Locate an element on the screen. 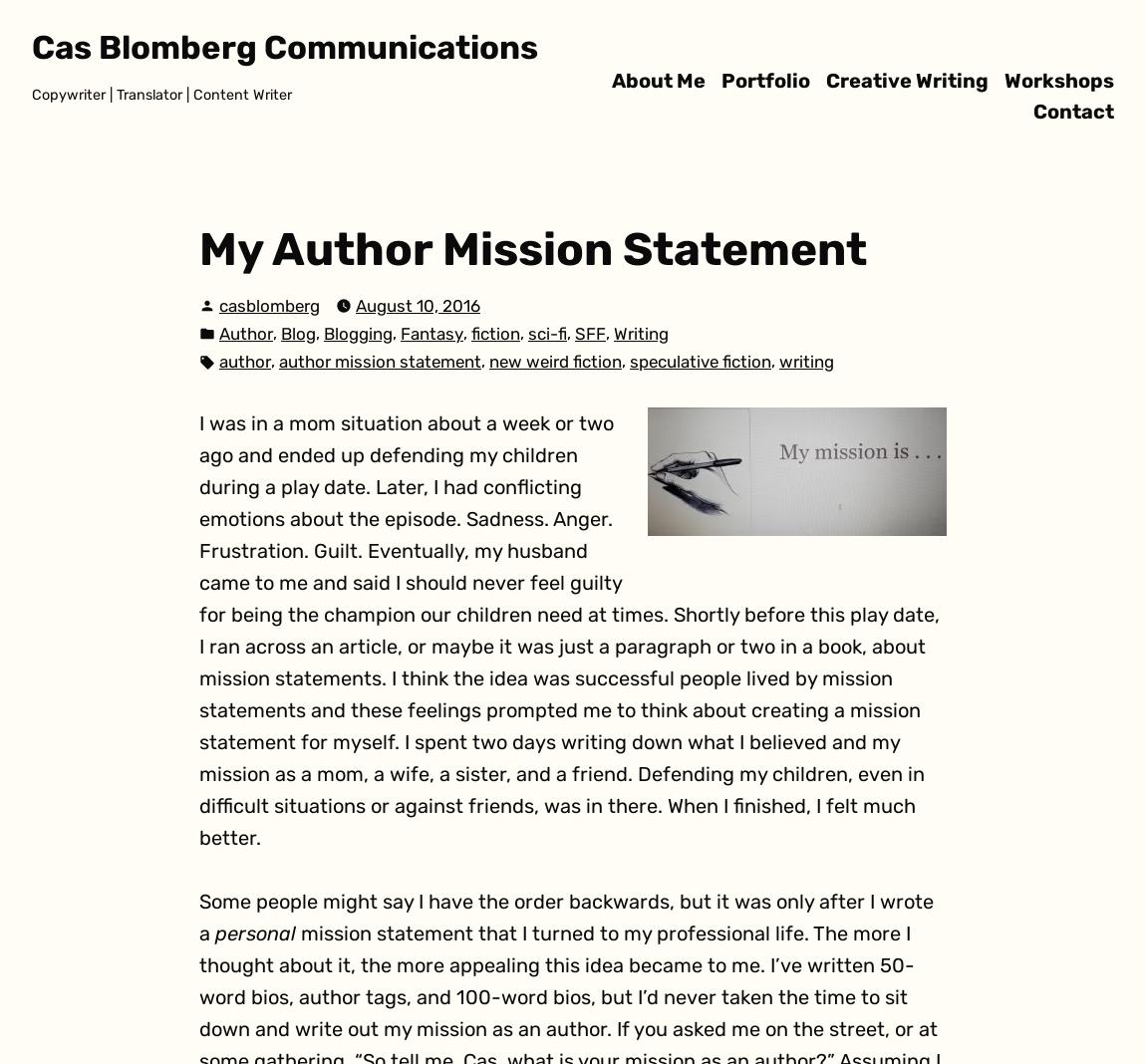 The width and height of the screenshot is (1146, 1064). 'I was in a mom situation about a week or two ago and ended up defending my children during a play date. Later, I had conflicting emotions about the episode. Sadness. Anger. Frustration. Guilt. Eventually, my husband came to me and said I should never feel guilty for being the champion our children need at times. Shortly before this play date, I ran across an article, or maybe it was just a paragraph or two in a book, about mission statements. I think the idea was successful people lived by mission statements and these feelings prompted me to think about creating a mission statement for myself. I spent two days writing down what I believed and my mission as a mom, a wife, a sister, and a friend. Defending my children, even in difficult situations or against friends, was in there. When I finished, I felt much better.' is located at coordinates (569, 630).